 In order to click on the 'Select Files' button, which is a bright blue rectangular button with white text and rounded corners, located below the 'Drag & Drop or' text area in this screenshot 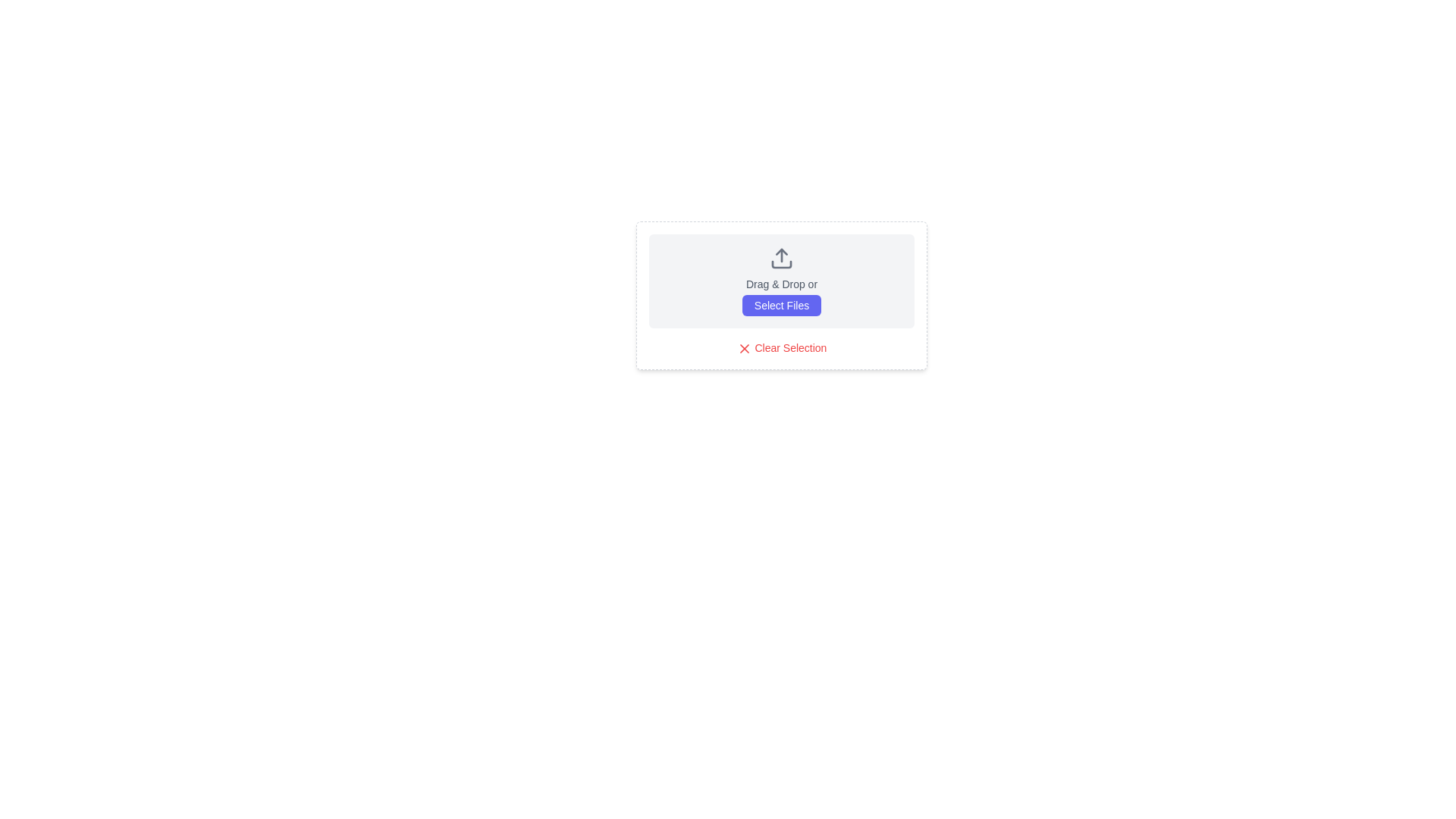, I will do `click(782, 305)`.